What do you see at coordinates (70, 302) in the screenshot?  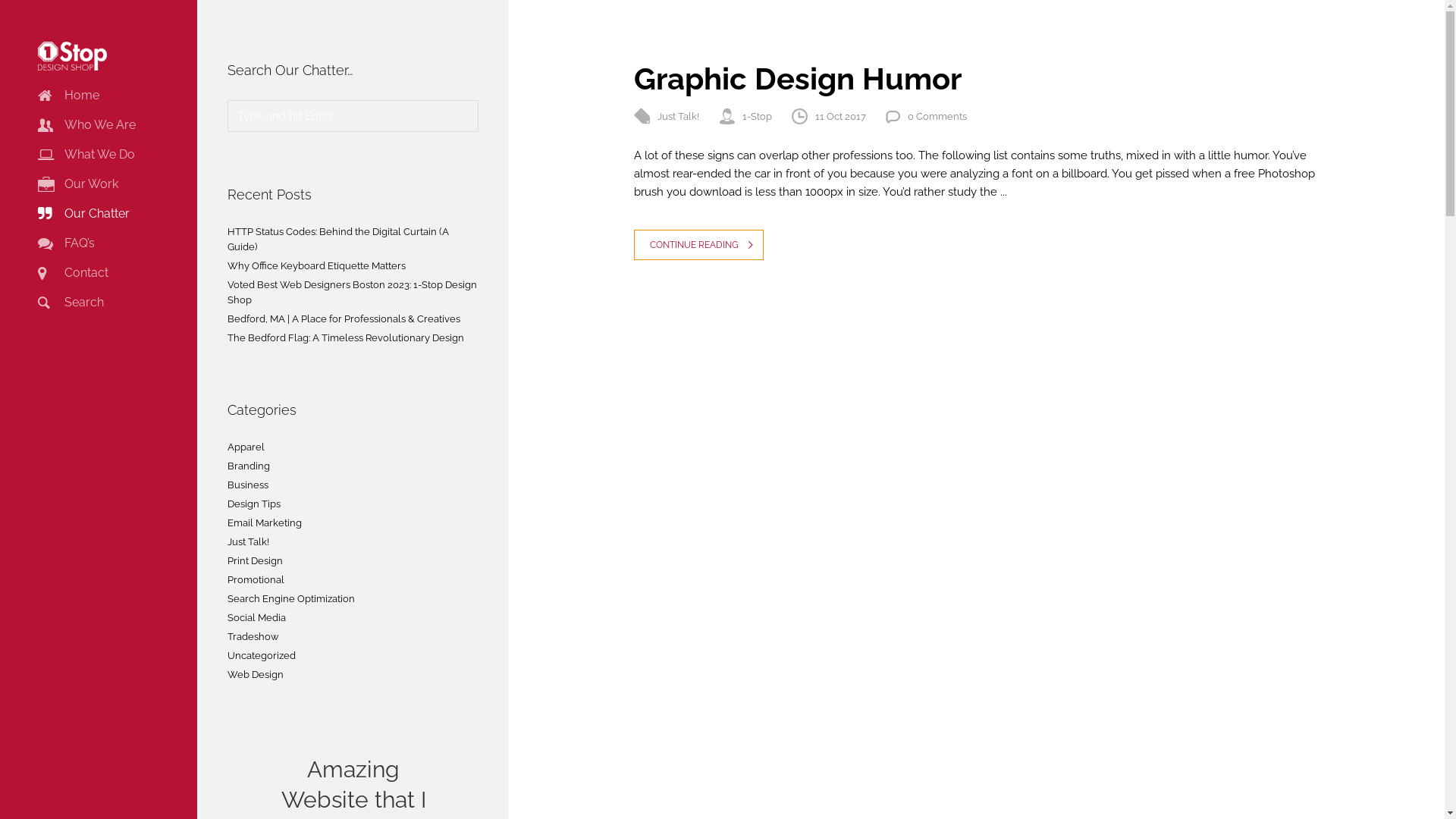 I see `'Search'` at bounding box center [70, 302].